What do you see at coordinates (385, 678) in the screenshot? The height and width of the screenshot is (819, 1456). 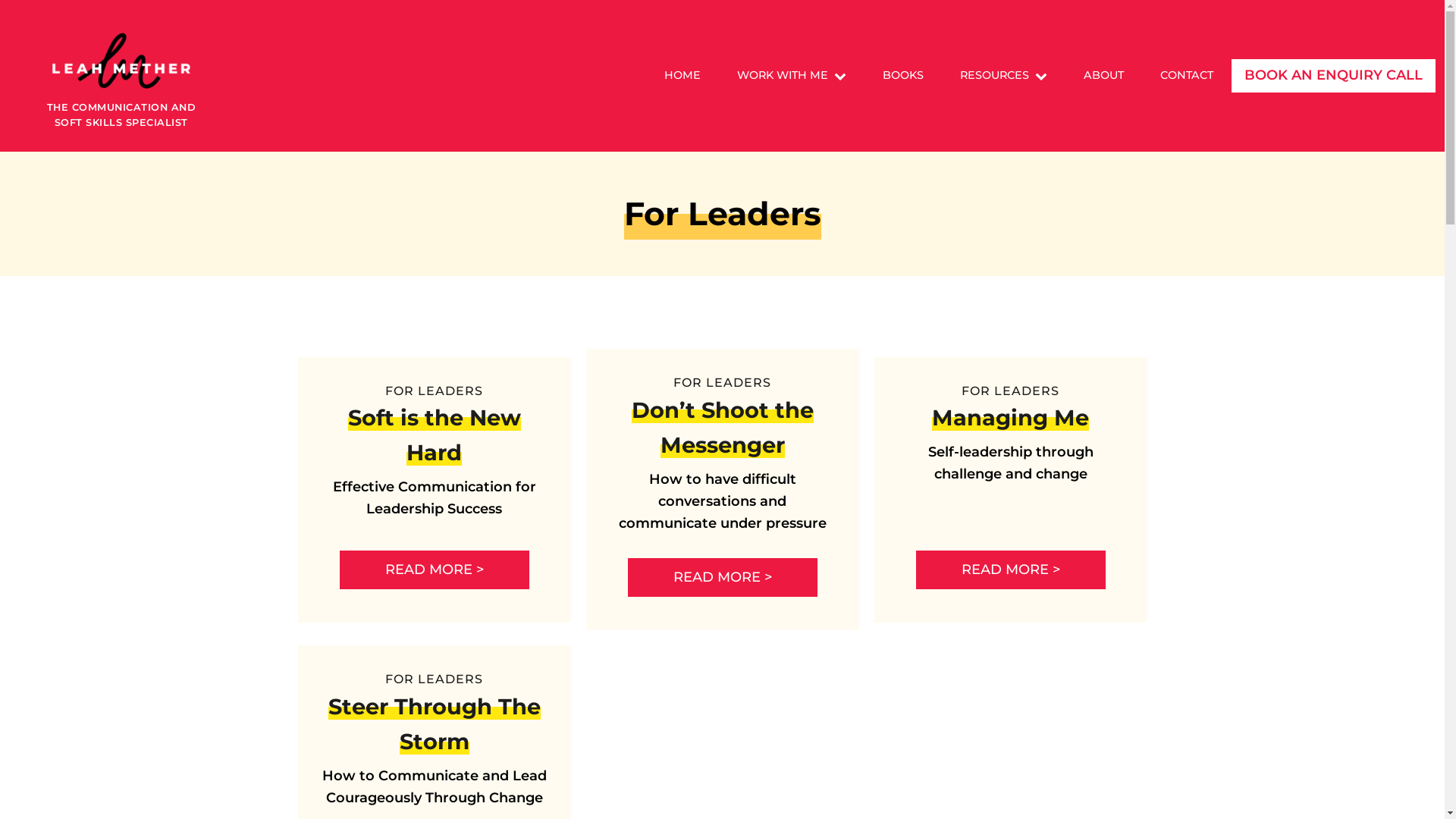 I see `'FOR LEADERS'` at bounding box center [385, 678].